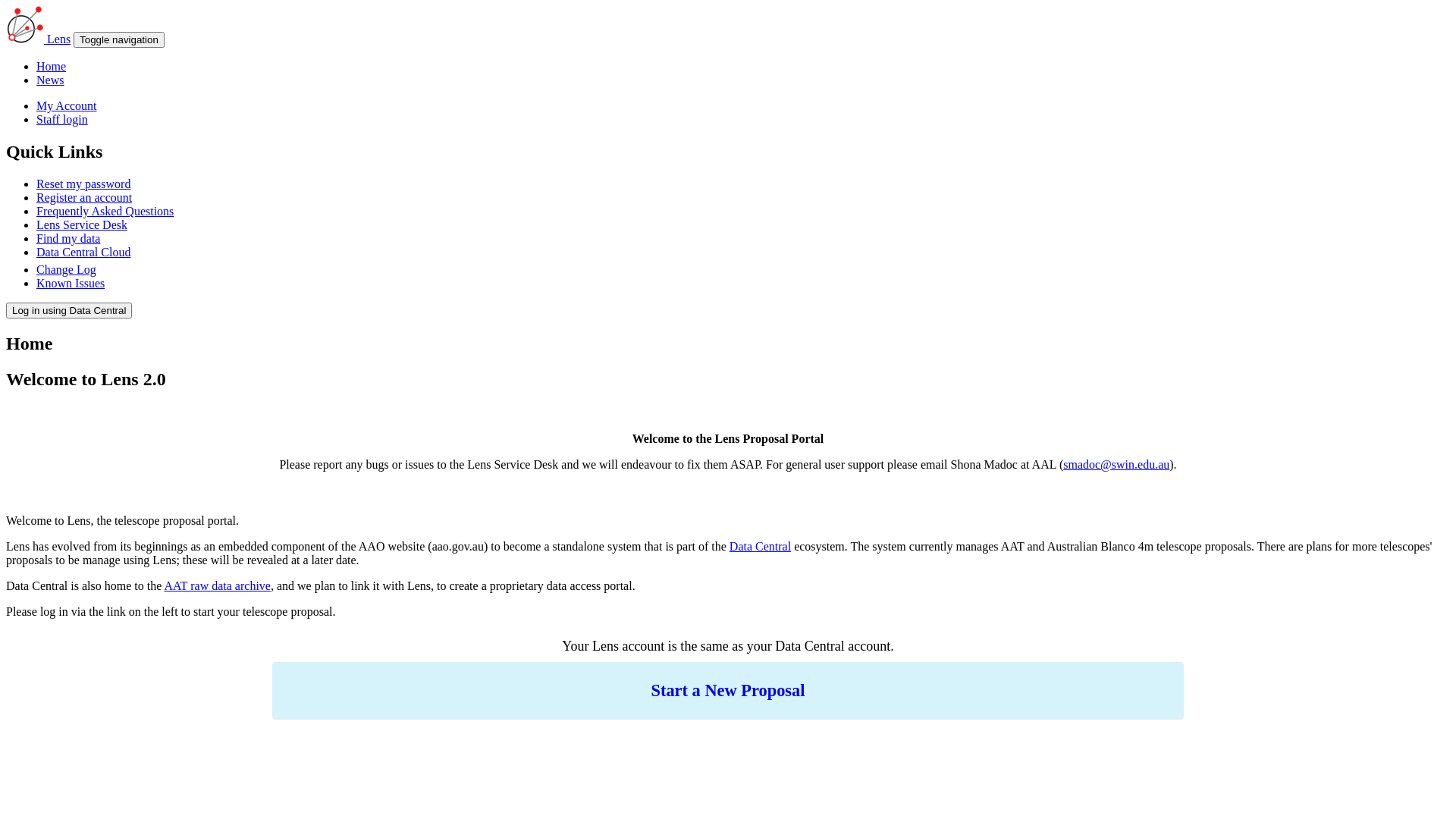  I want to click on 'Register an account', so click(83, 196).